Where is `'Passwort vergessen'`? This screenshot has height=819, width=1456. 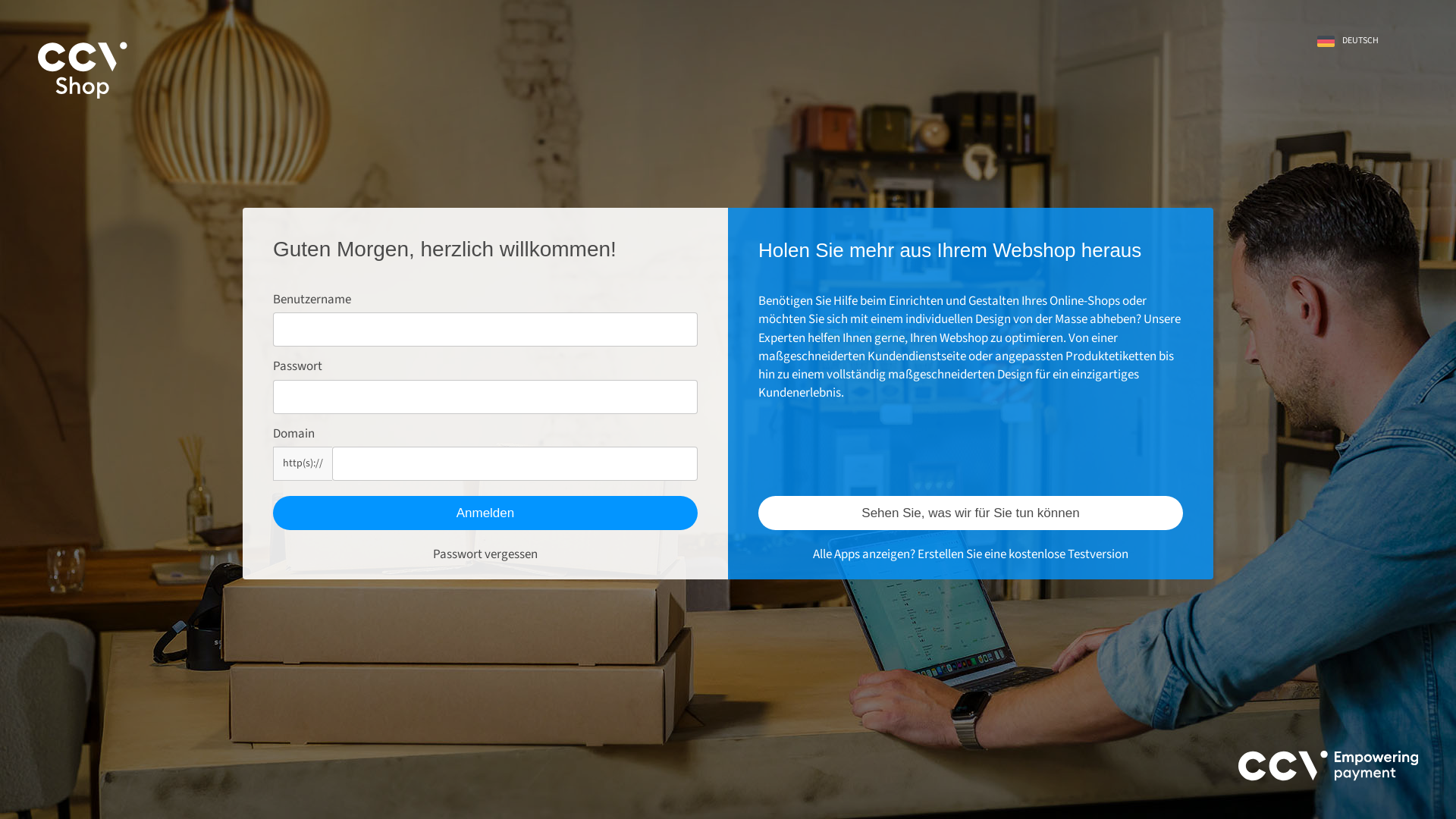 'Passwort vergessen' is located at coordinates (484, 554).